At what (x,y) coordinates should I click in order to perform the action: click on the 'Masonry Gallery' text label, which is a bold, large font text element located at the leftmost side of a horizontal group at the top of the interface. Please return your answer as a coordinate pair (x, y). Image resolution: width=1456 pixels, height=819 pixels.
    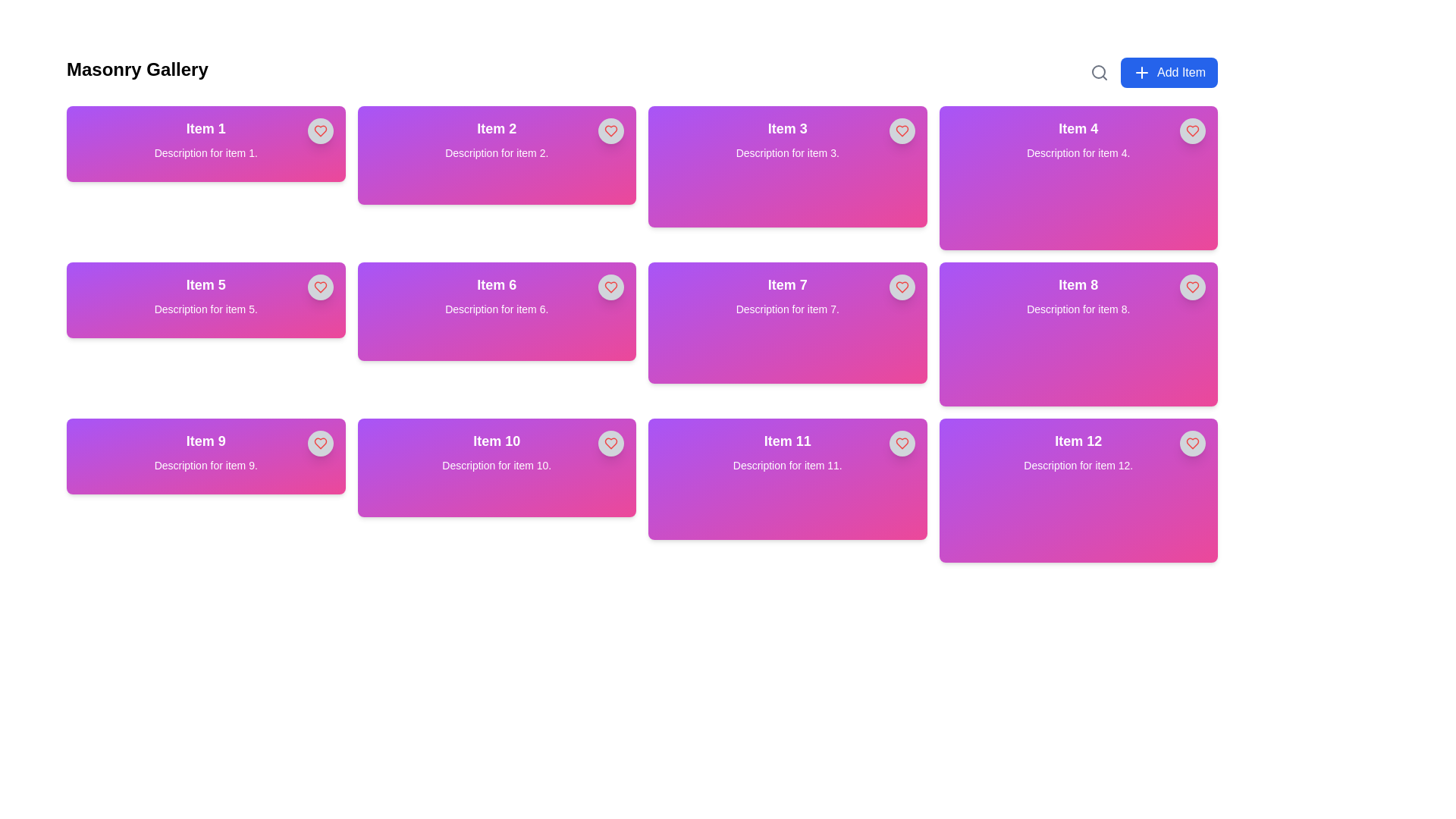
    Looking at the image, I should click on (137, 73).